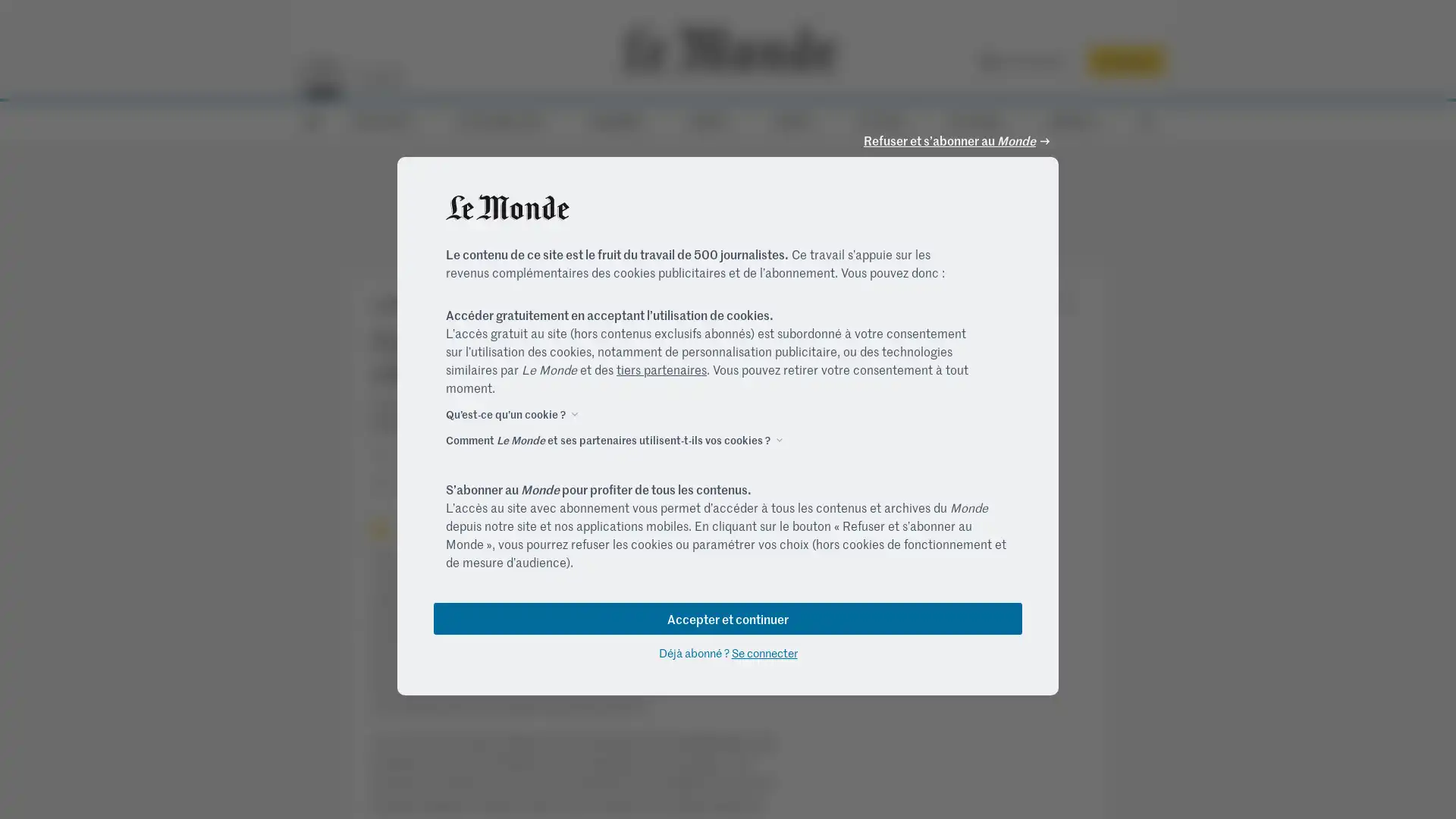 The height and width of the screenshot is (819, 1456). Describe the element at coordinates (799, 120) in the screenshot. I see `DEBATS` at that location.